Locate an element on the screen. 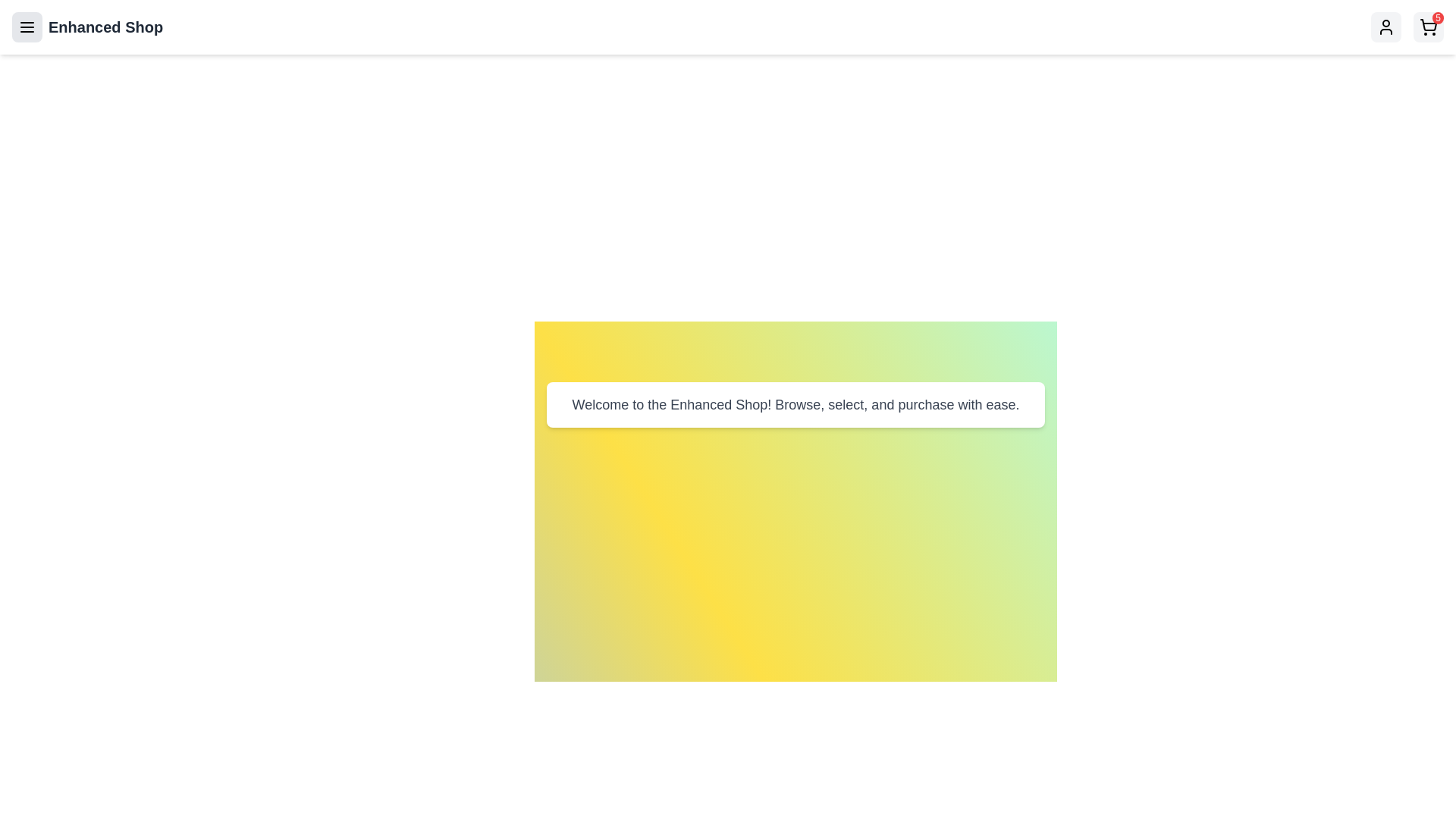  the shopping cart icon to view the cart details is located at coordinates (1427, 27).